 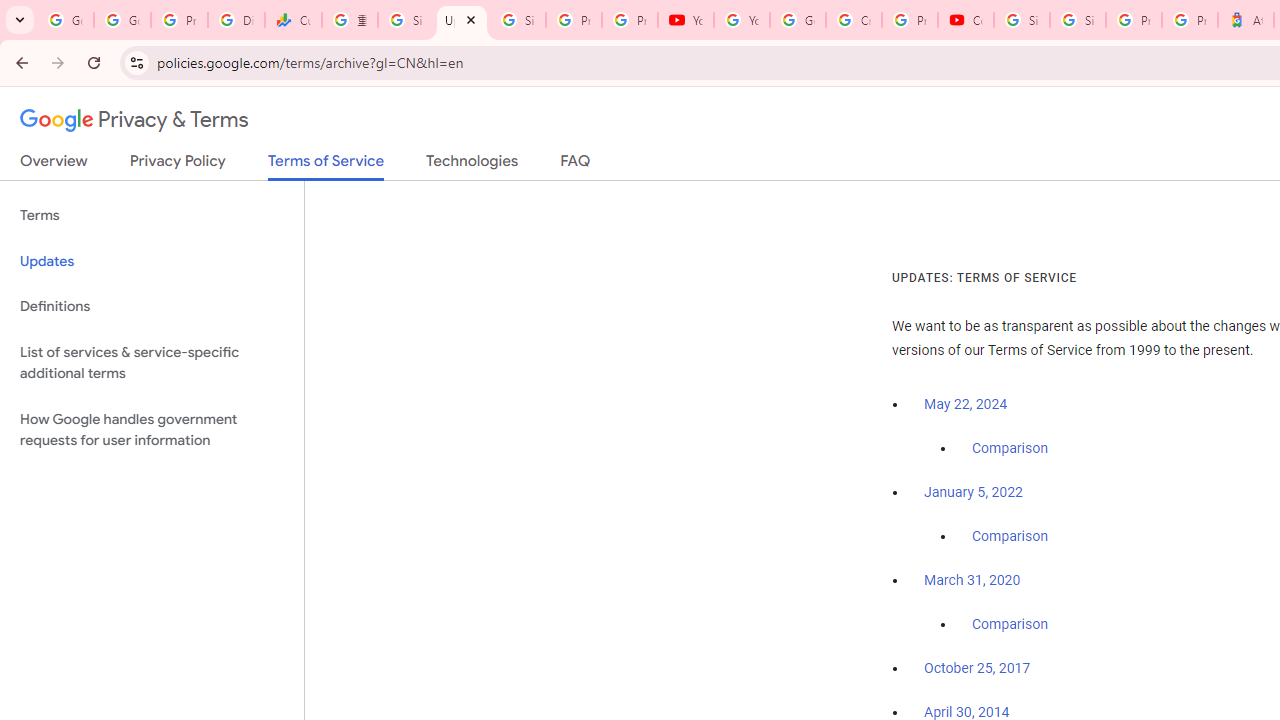 I want to click on 'Content Creator Programs & Opportunities - YouTube Creators', so click(x=966, y=20).